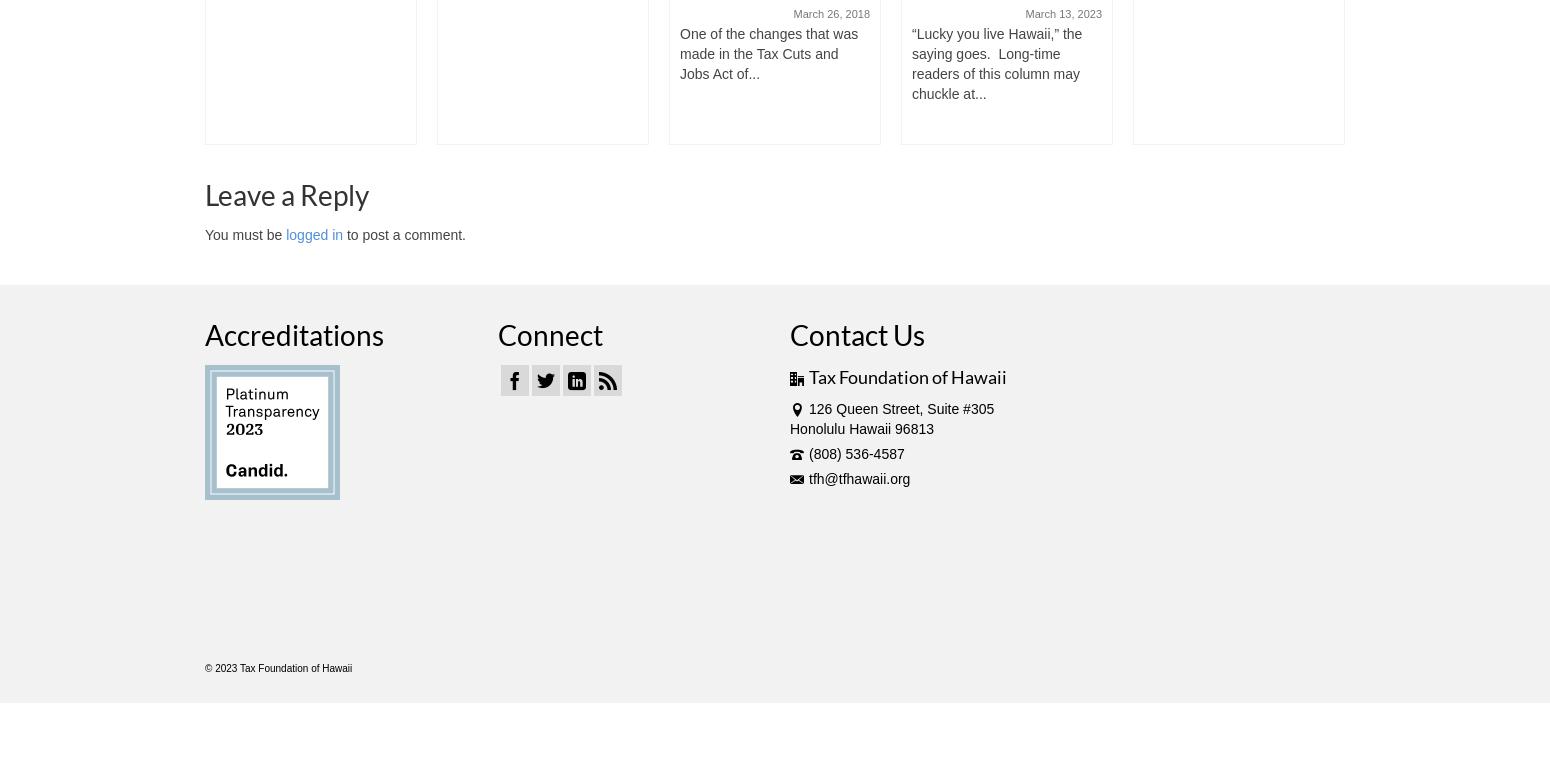 This screenshot has height=758, width=1550. I want to click on 'March 26, 2018', so click(791, 13).